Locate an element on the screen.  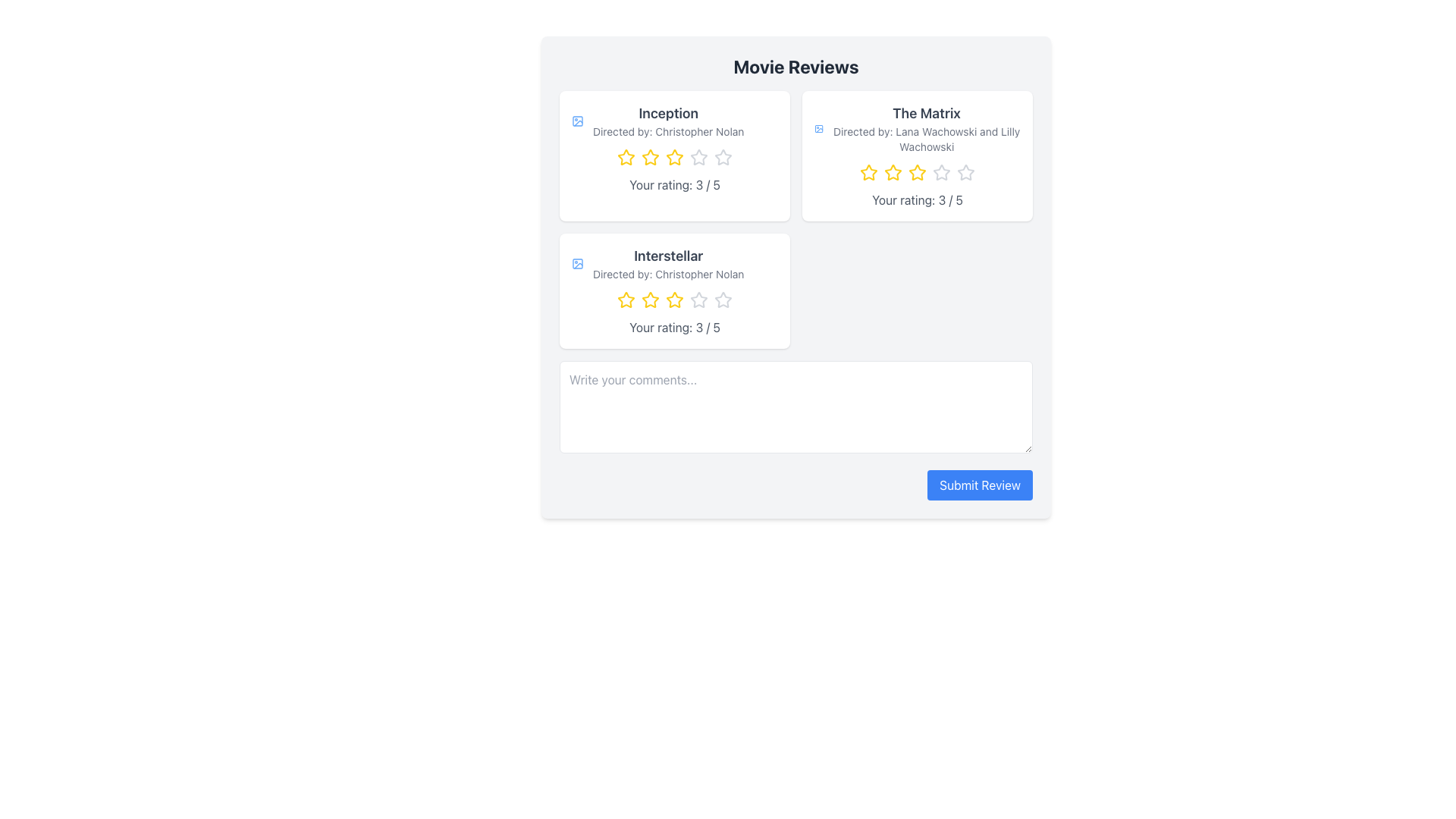
static text label displaying the user's rating for the movie 'The Matrix', which indicates it is 3 out of 5 stars, located at the bottom of the card component is located at coordinates (916, 199).